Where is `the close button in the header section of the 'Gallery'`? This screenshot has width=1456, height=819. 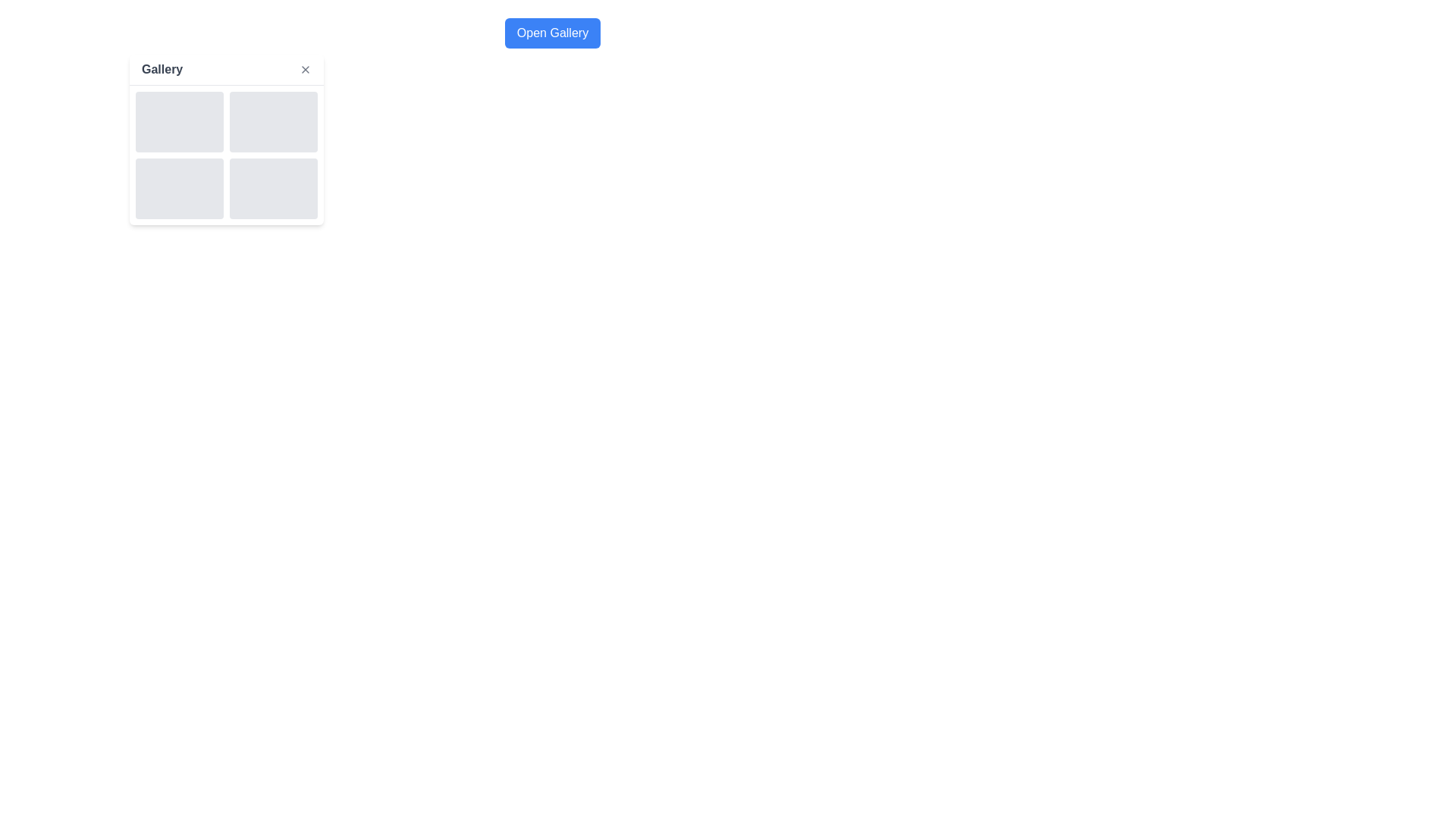 the close button in the header section of the 'Gallery' is located at coordinates (305, 70).